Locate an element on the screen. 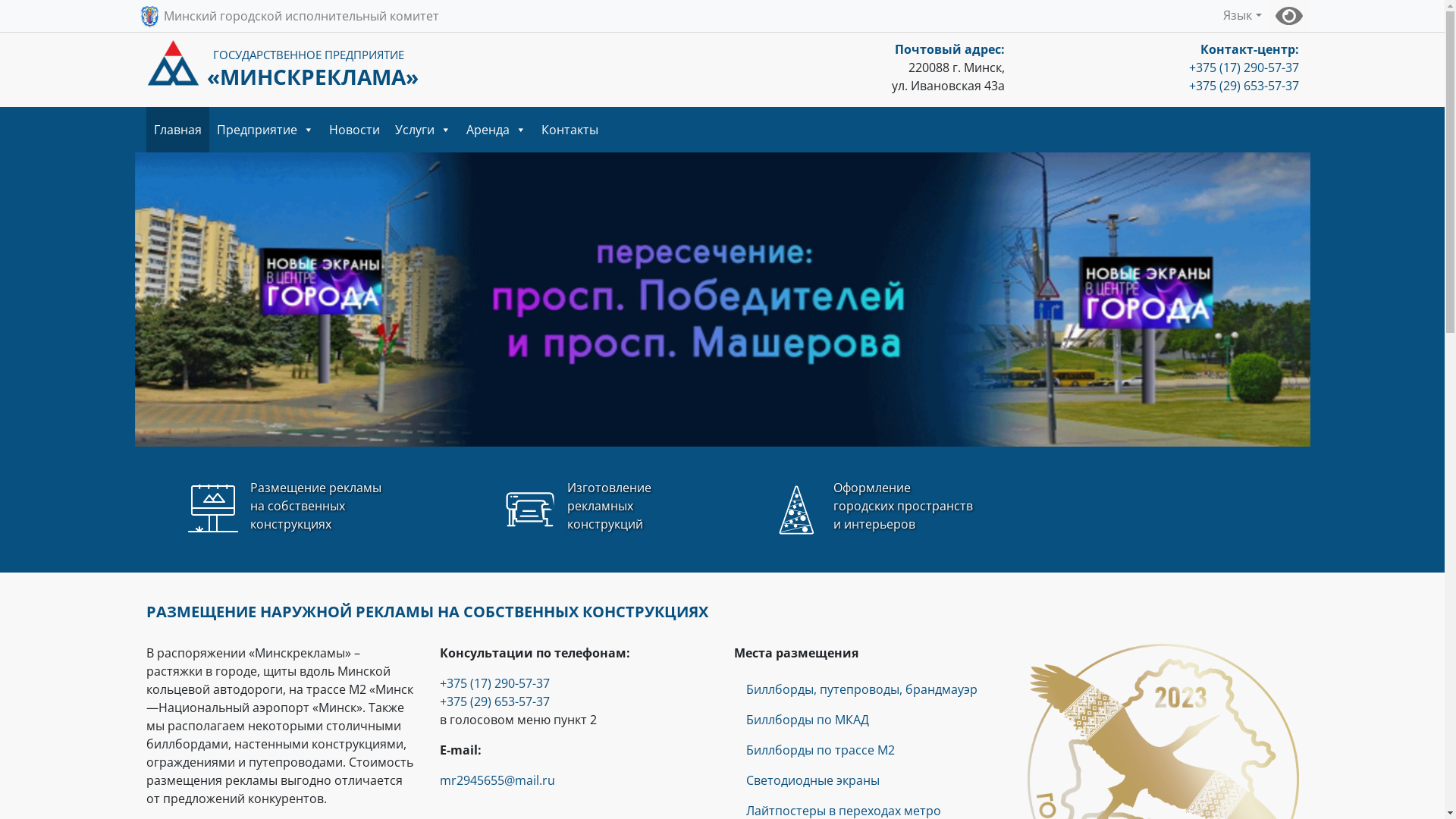  '+375 (17) 290-57-37' is located at coordinates (439, 683).